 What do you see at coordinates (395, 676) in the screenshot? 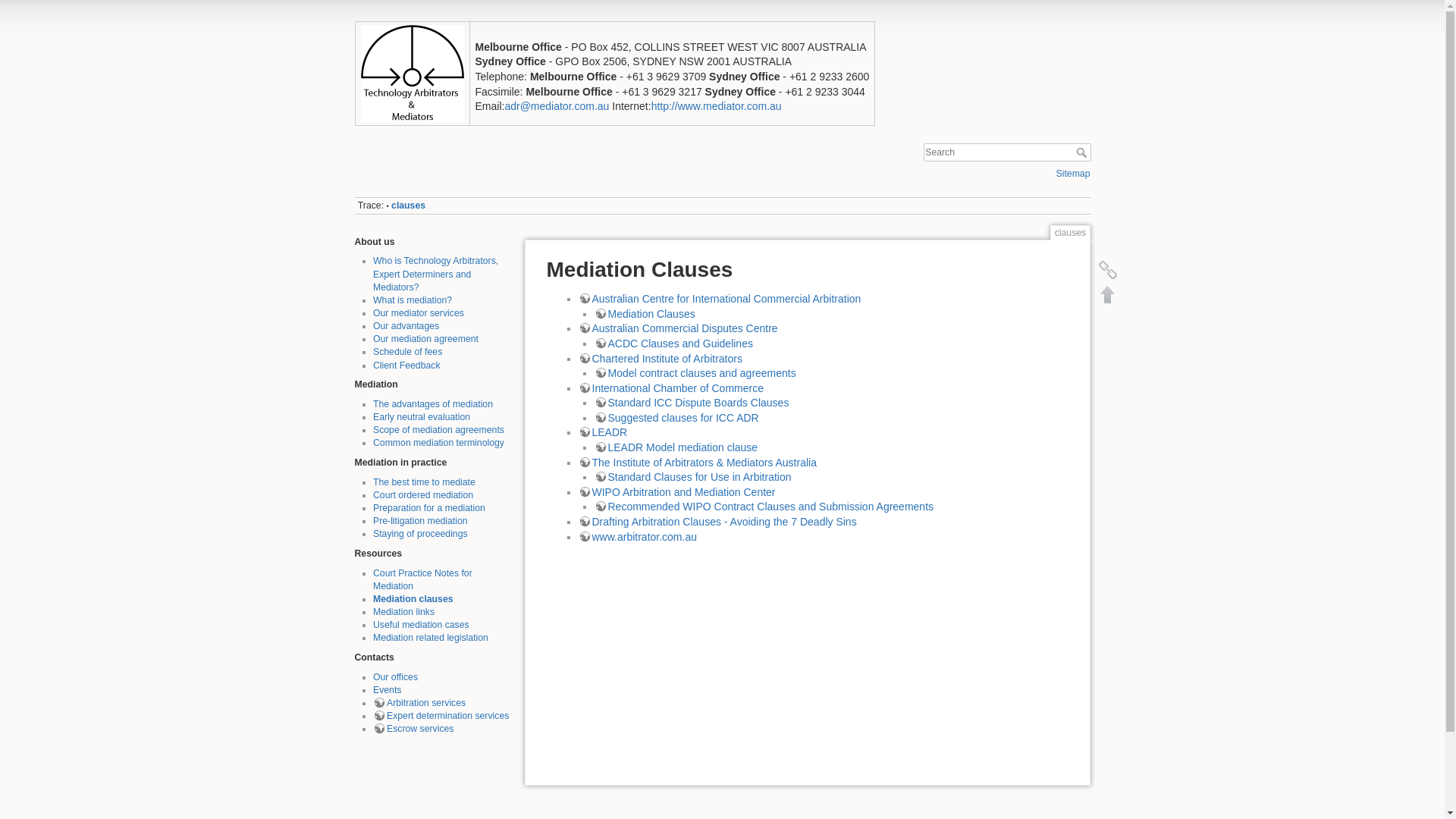
I see `'Our offices'` at bounding box center [395, 676].